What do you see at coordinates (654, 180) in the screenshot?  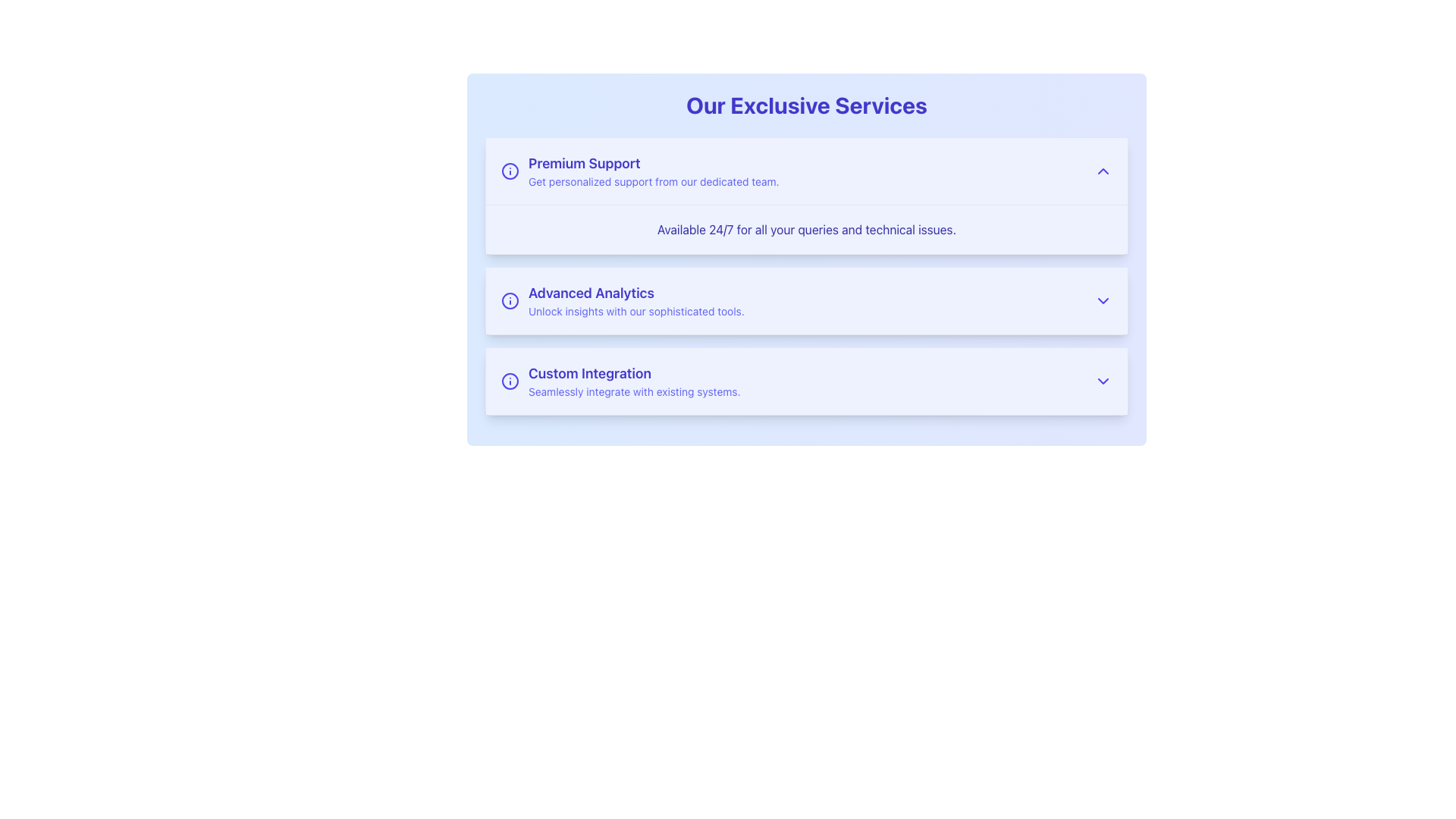 I see `the informational text stating 'Get personalized support from our dedicated team.' located beneath the 'Premium Support' heading` at bounding box center [654, 180].